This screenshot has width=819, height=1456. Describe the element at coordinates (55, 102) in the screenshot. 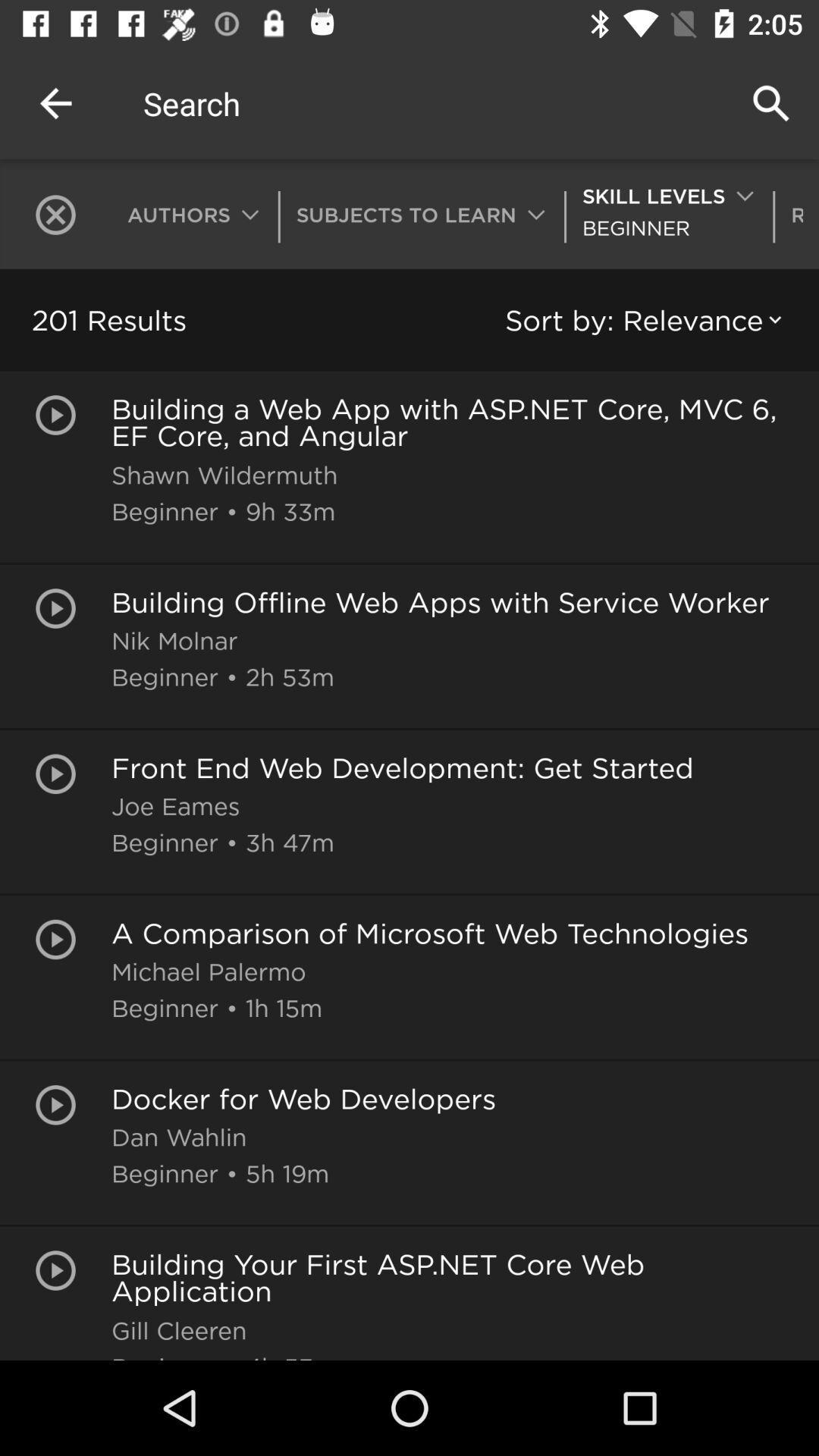

I see `the item next to search` at that location.